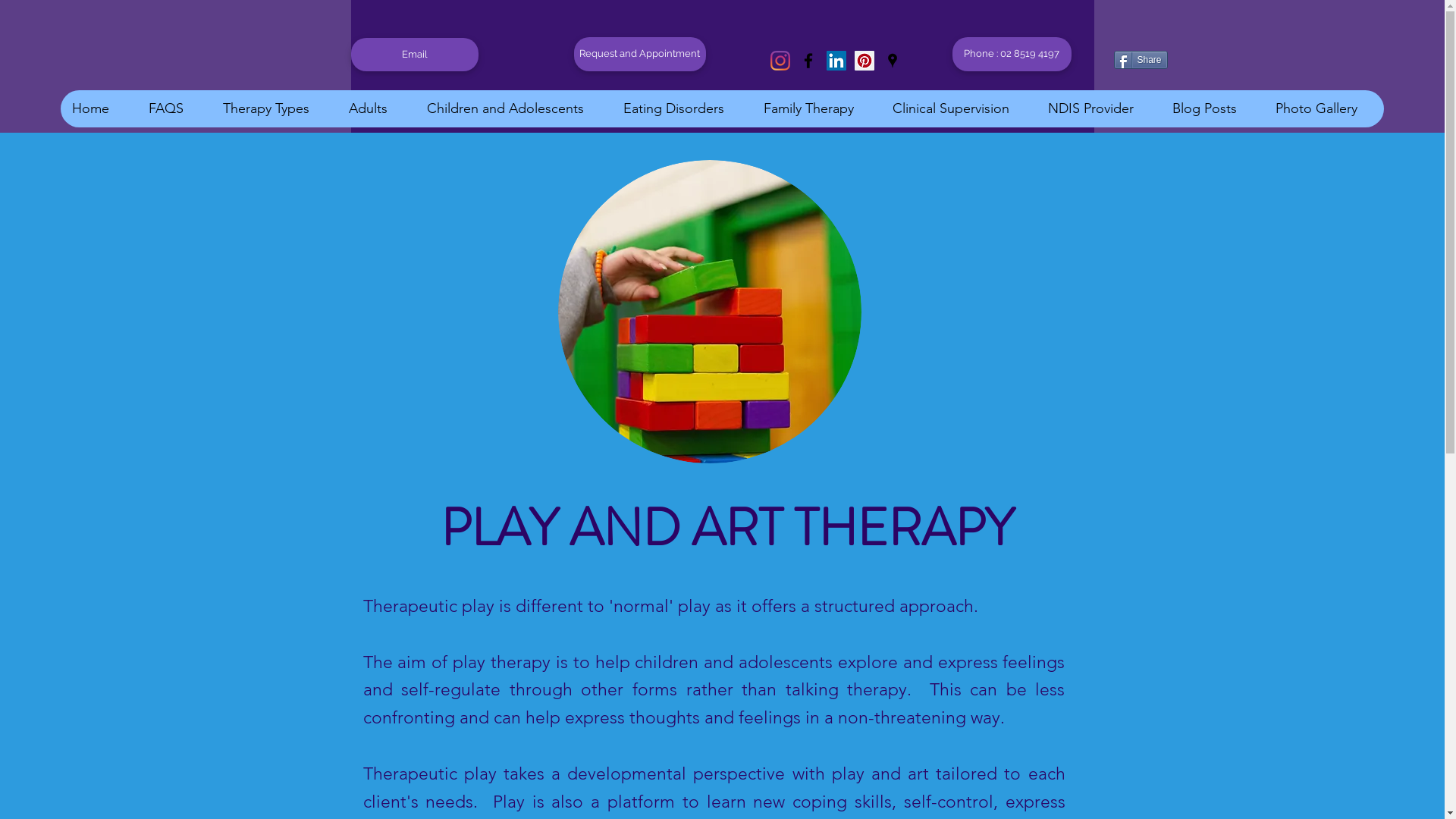  I want to click on 'Family Therapy', so click(814, 108).